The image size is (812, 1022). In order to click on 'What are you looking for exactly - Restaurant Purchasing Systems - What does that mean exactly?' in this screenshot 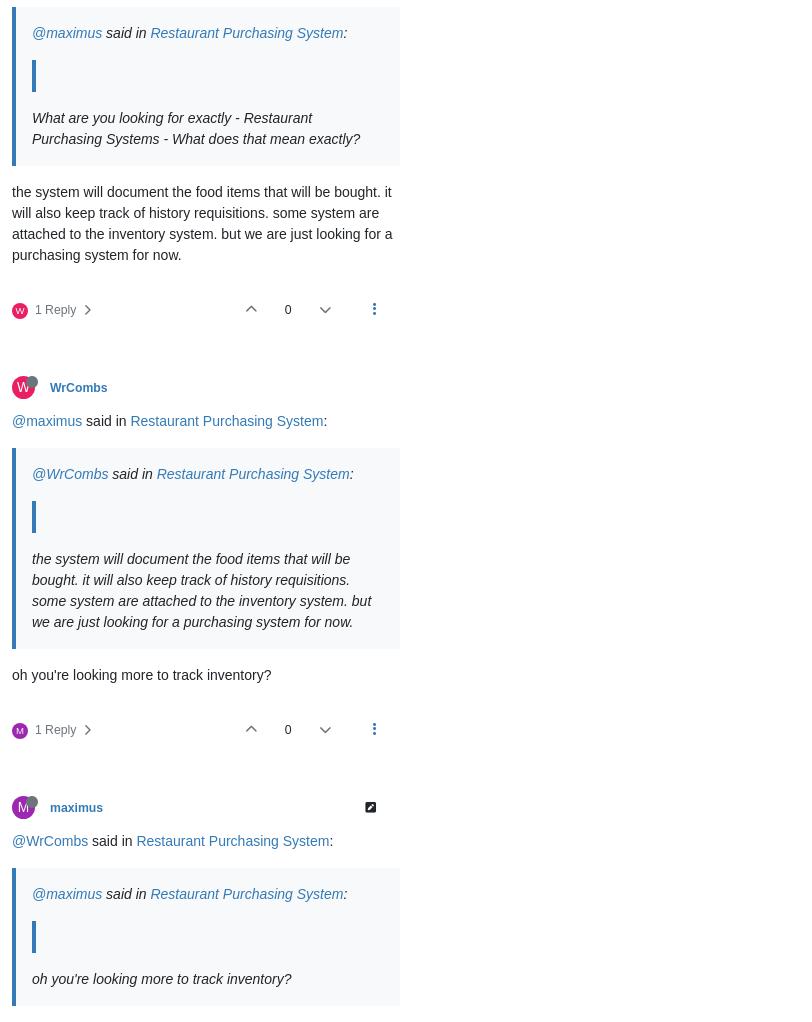, I will do `click(196, 128)`.